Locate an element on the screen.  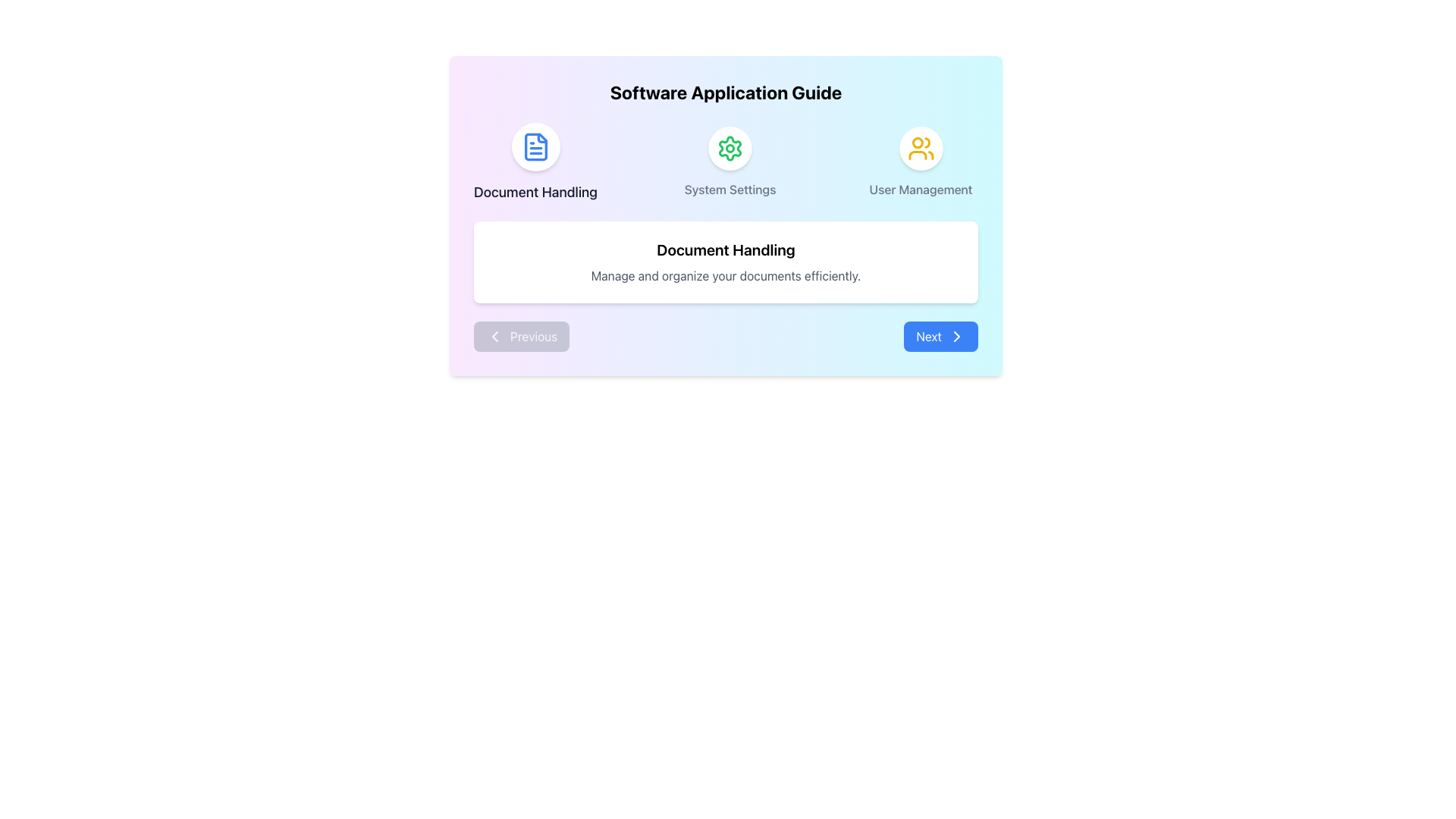
the green gear icon in the middle section labeled 'System Settings' is located at coordinates (730, 149).